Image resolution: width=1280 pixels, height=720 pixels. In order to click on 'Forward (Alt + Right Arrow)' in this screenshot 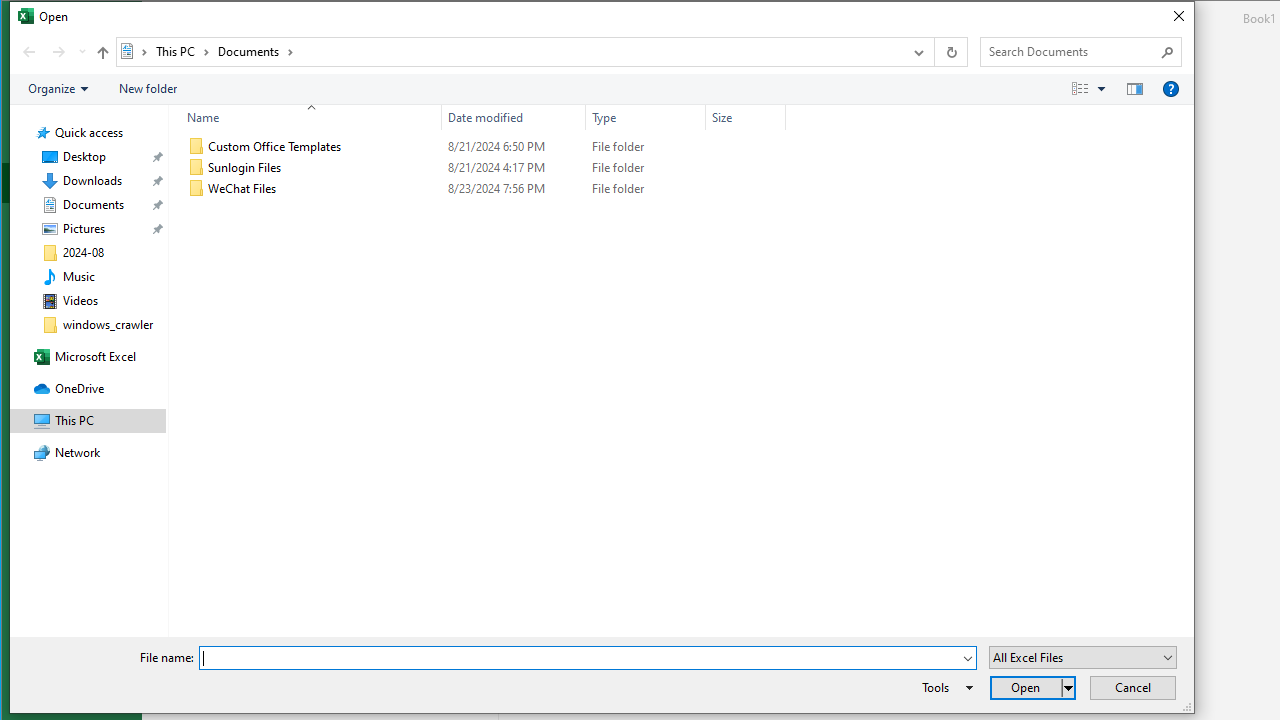, I will do `click(58, 50)`.